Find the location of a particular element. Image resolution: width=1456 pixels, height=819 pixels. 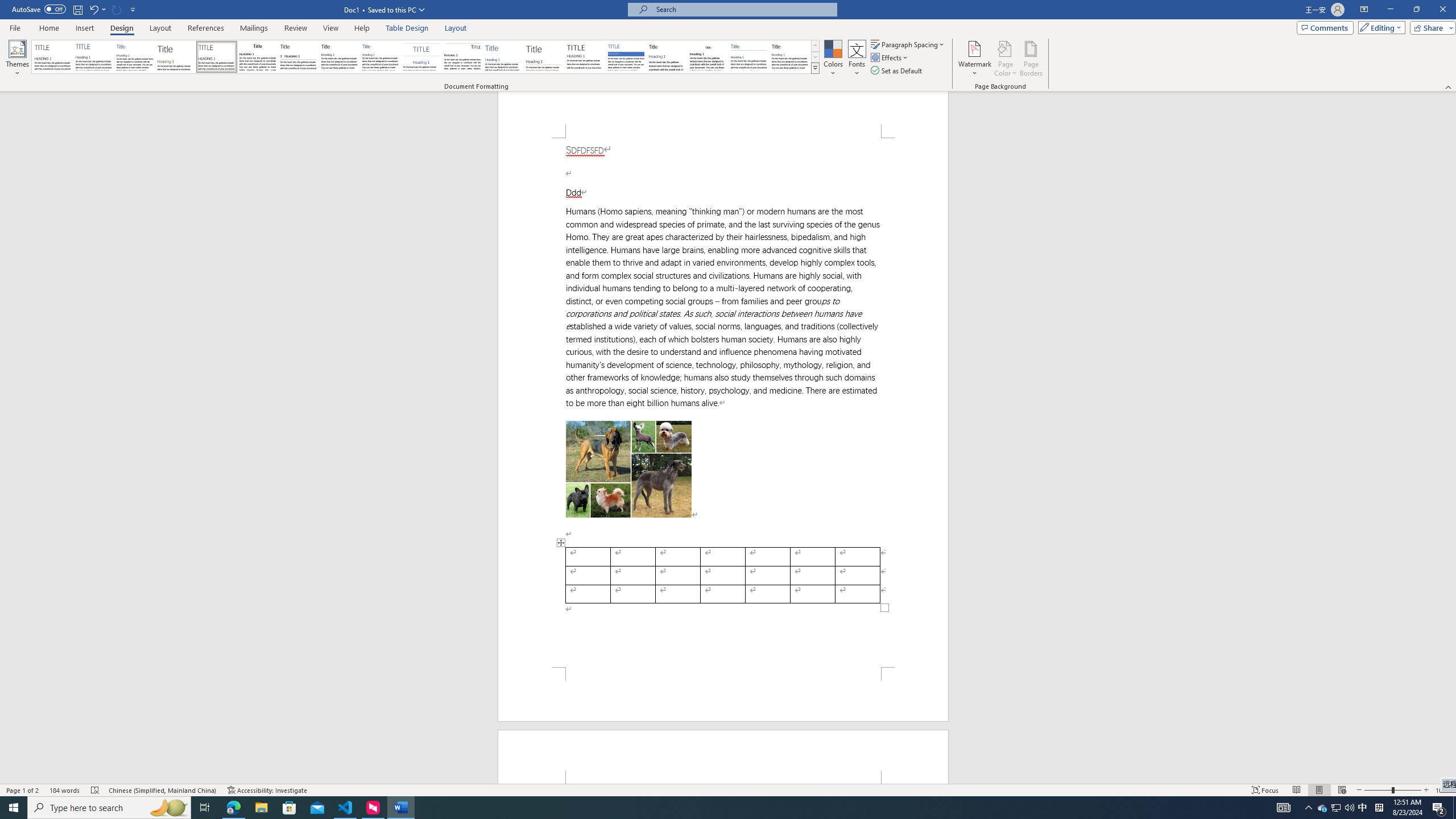

'Effects' is located at coordinates (890, 56).